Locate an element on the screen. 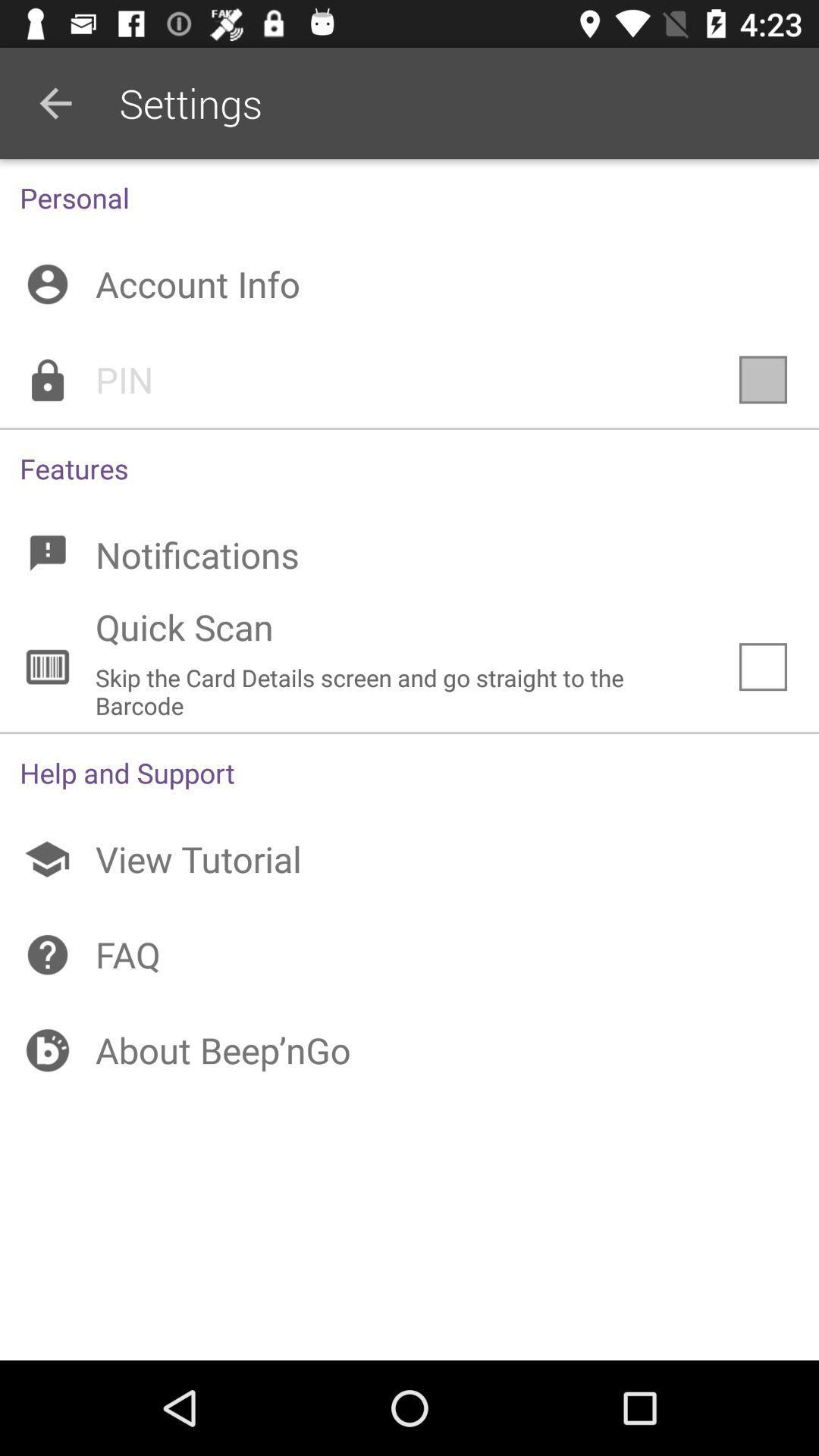 The image size is (819, 1456). account info icon is located at coordinates (409, 284).